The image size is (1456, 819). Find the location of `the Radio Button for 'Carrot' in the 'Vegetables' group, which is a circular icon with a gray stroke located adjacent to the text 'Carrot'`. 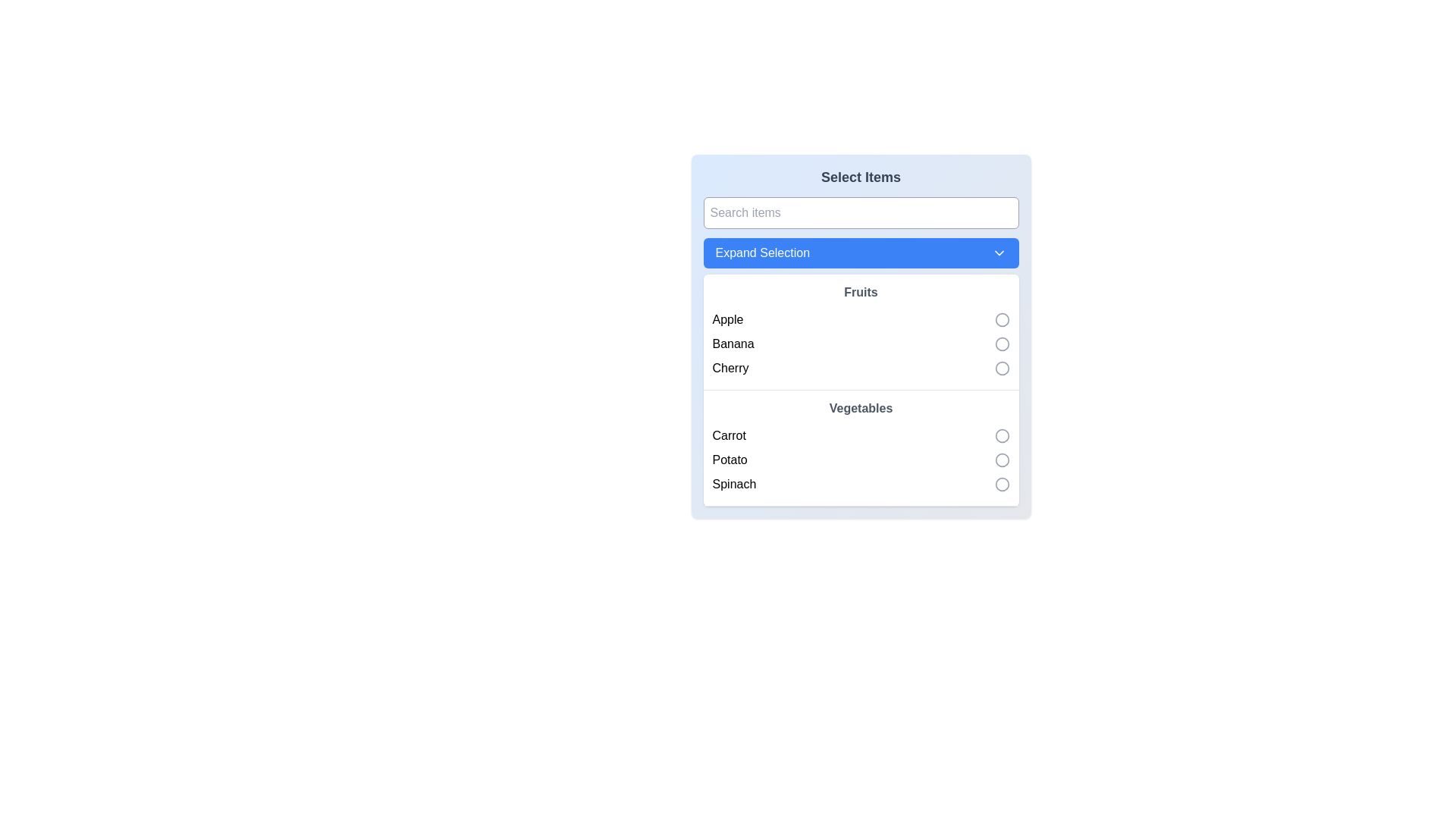

the Radio Button for 'Carrot' in the 'Vegetables' group, which is a circular icon with a gray stroke located adjacent to the text 'Carrot' is located at coordinates (1002, 435).